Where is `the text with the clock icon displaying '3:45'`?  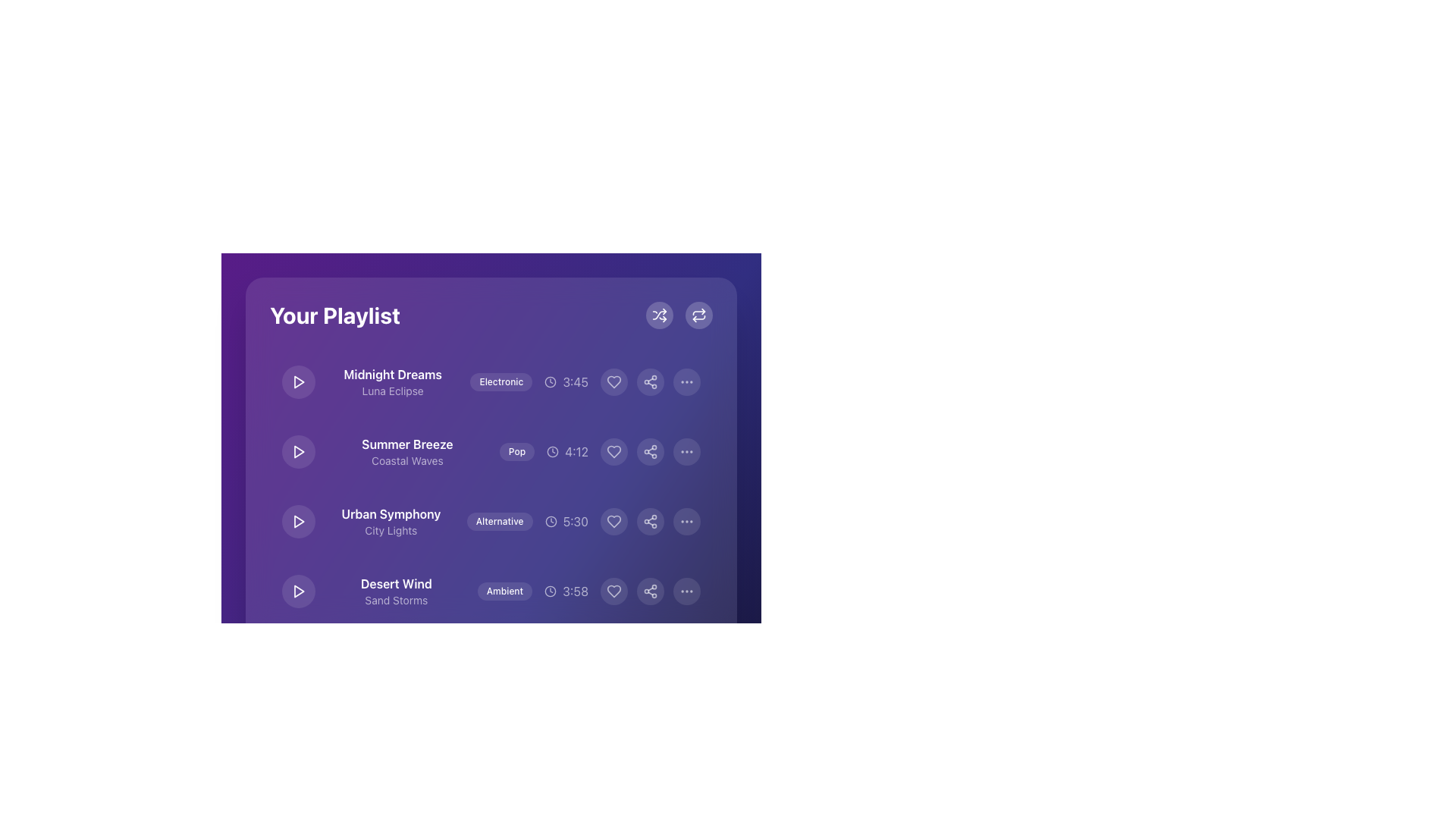 the text with the clock icon displaying '3:45' is located at coordinates (566, 381).